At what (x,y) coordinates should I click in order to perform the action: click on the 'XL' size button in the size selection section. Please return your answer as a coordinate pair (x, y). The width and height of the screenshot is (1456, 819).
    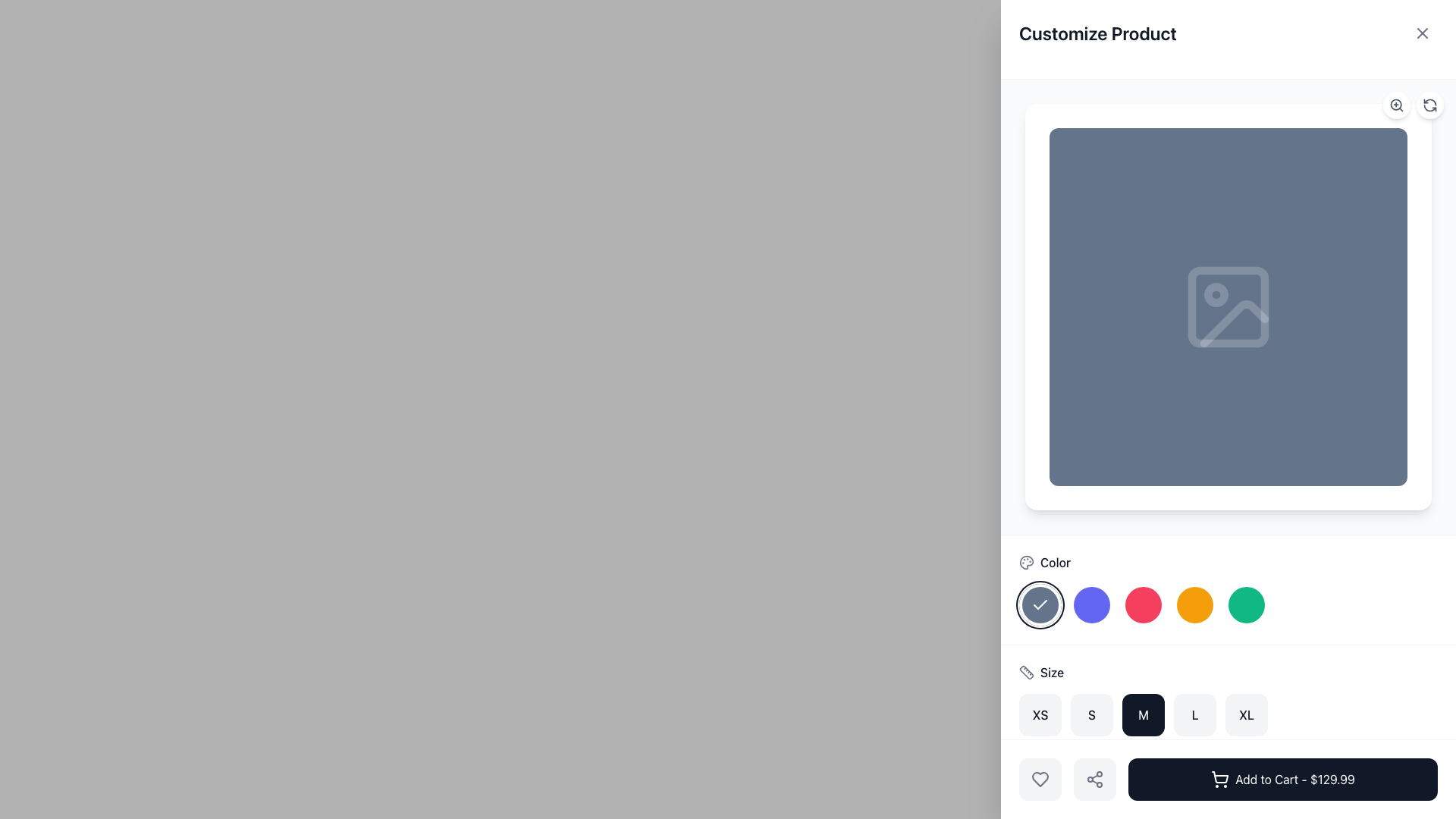
    Looking at the image, I should click on (1228, 714).